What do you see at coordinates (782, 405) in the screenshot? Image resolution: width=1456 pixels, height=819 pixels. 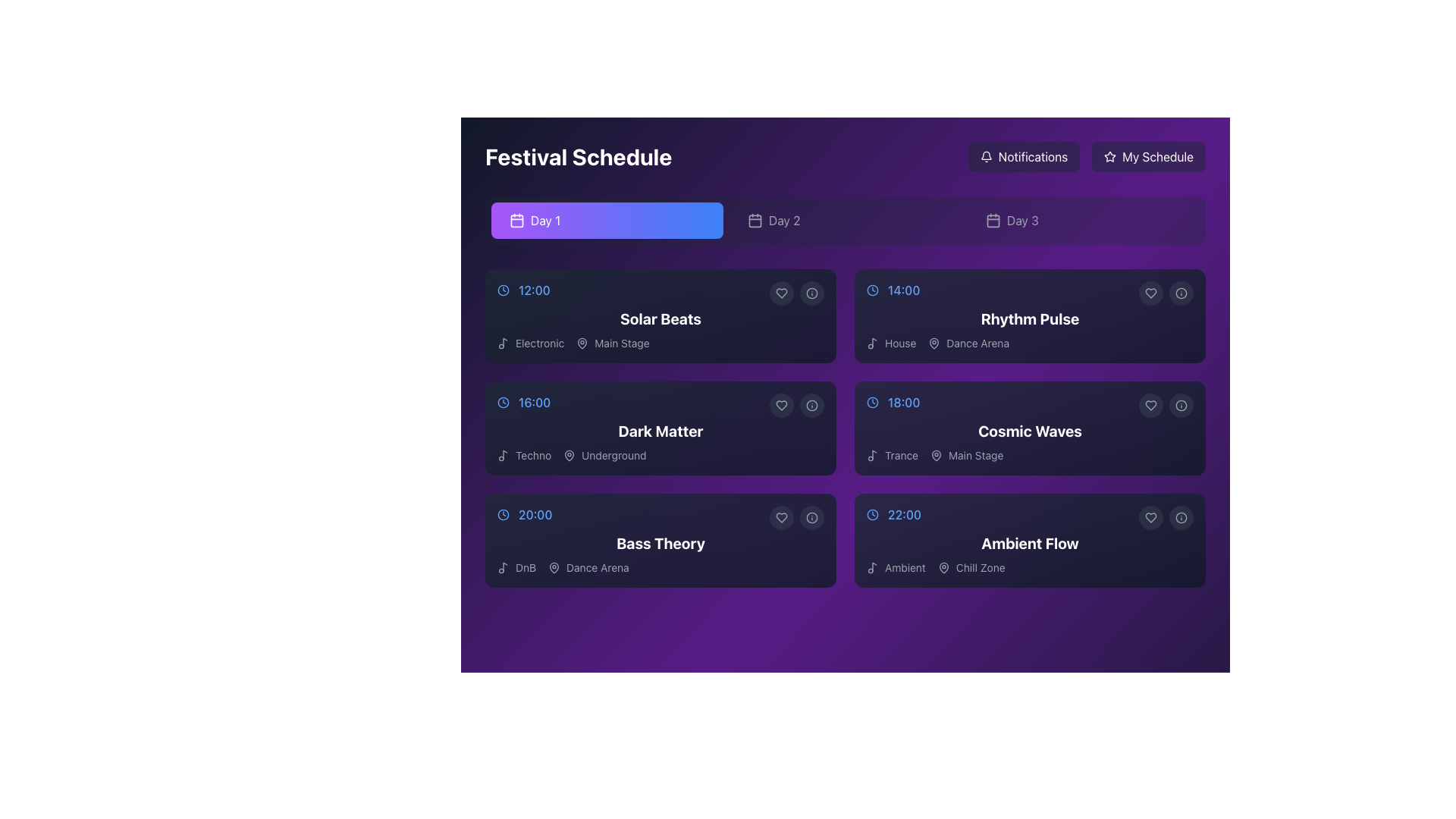 I see `the circular button with a semi-transparent gray background and a white heart icon located in the 'Dark Matter' schedule block` at bounding box center [782, 405].